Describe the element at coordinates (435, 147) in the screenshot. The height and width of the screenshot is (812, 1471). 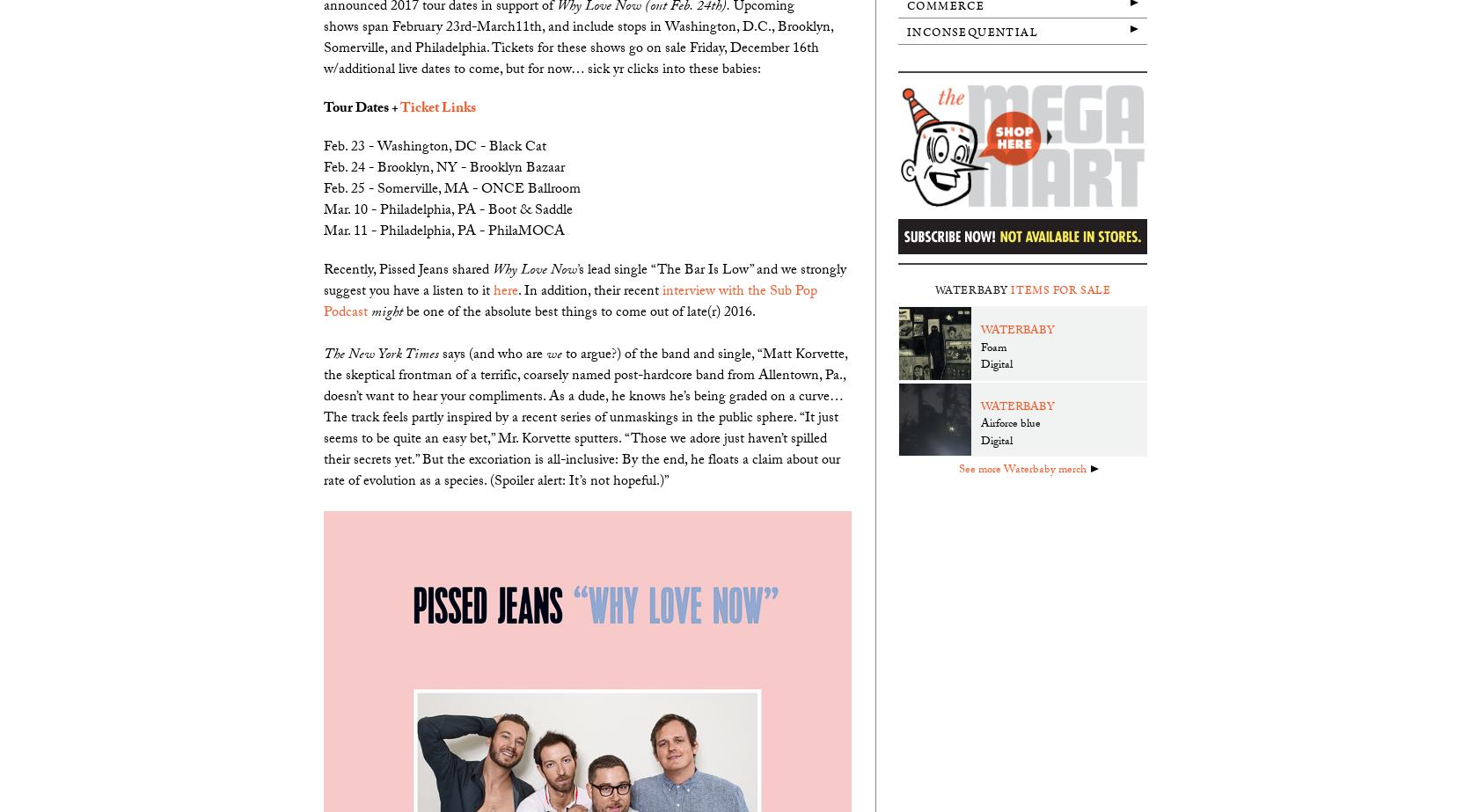
I see `'Feb. 23 - Washington, DC - Black Cat'` at that location.